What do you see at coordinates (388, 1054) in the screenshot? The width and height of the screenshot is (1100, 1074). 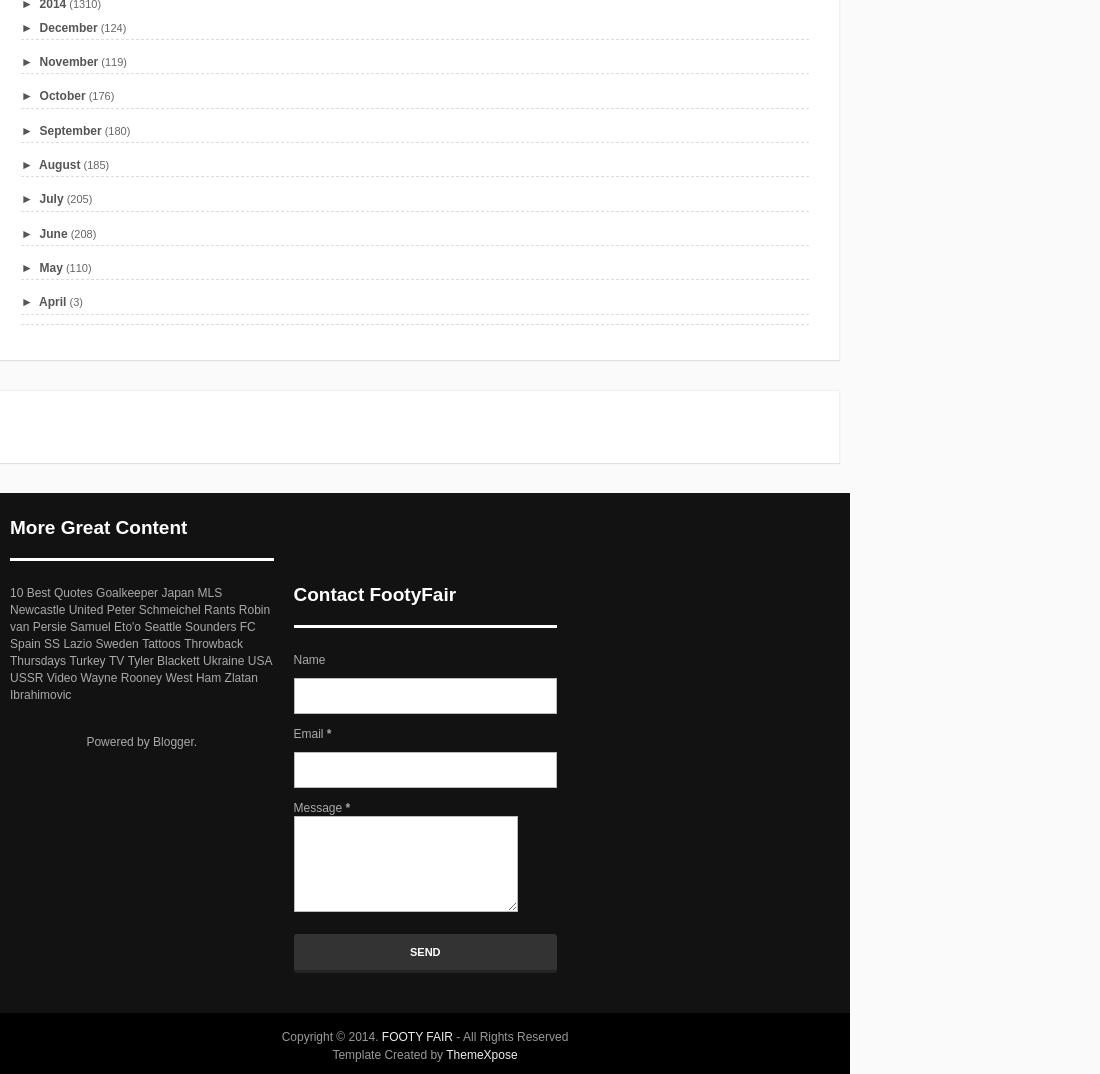 I see `'Template Created by'` at bounding box center [388, 1054].